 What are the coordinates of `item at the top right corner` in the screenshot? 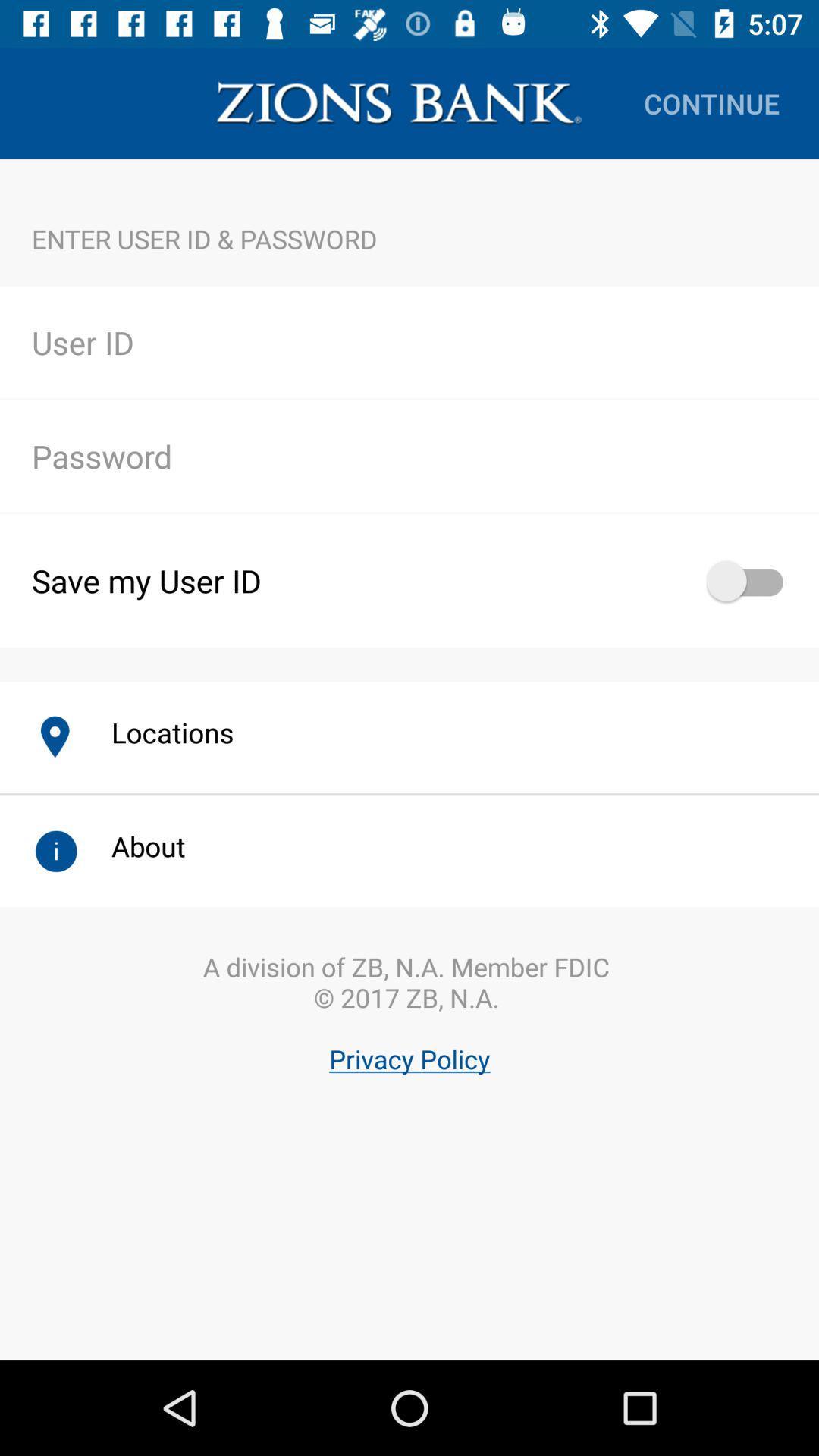 It's located at (711, 102).